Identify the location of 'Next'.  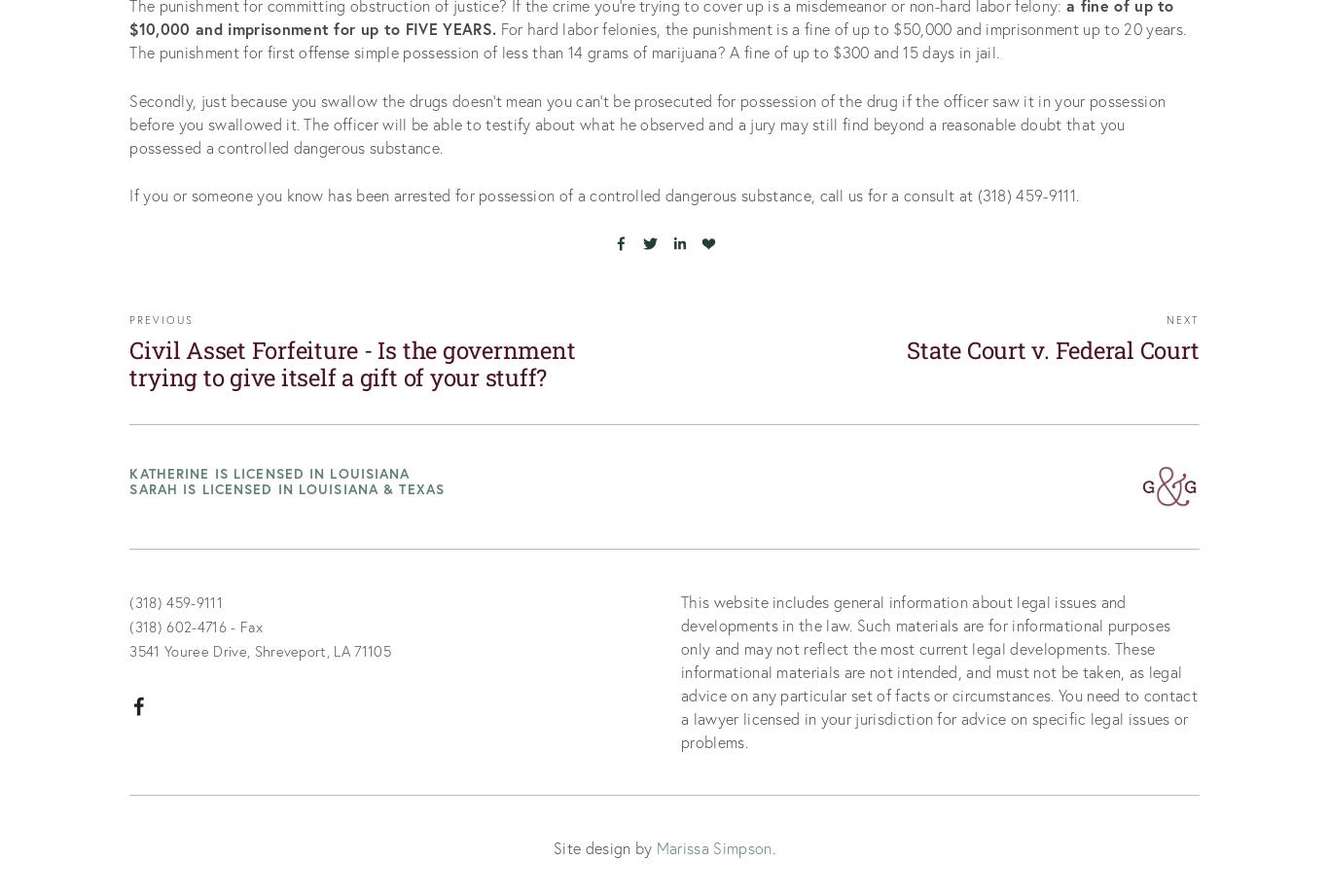
(1182, 319).